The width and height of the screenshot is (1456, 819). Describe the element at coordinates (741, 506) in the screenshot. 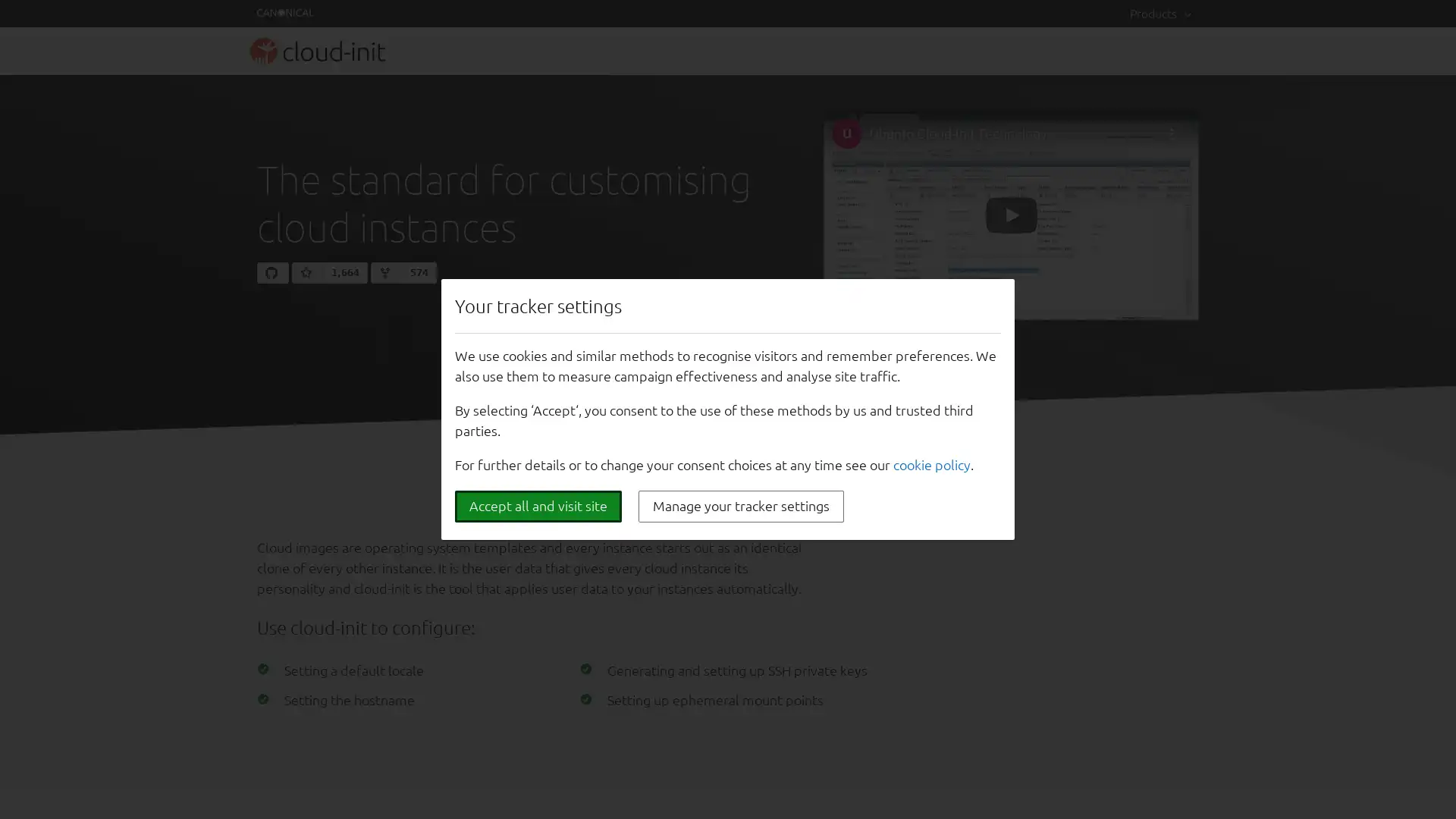

I see `Manage your tracker settings` at that location.